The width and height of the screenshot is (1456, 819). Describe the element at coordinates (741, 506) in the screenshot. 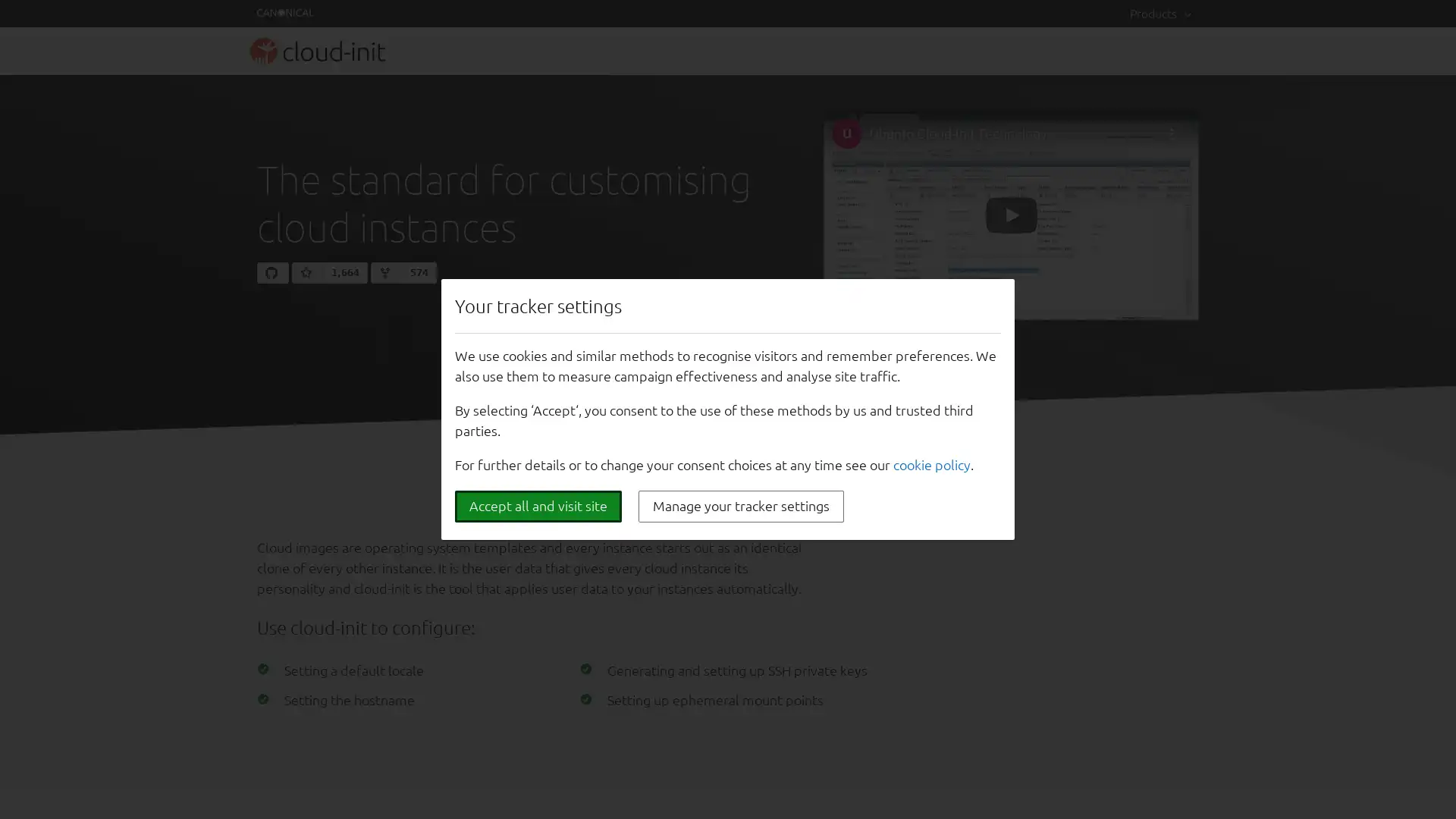

I see `Manage your tracker settings` at that location.